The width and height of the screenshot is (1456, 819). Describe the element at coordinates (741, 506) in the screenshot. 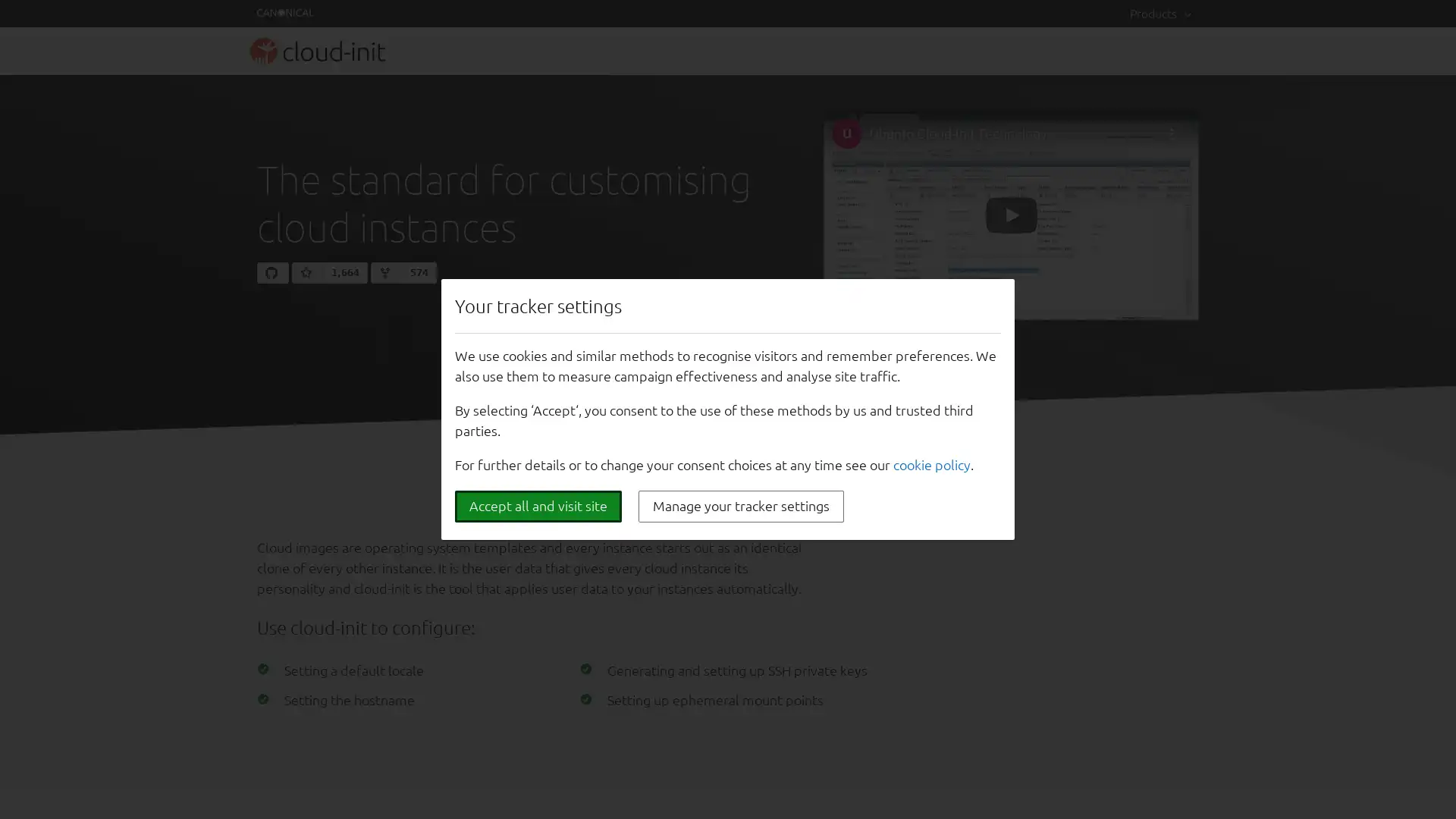

I see `Manage your tracker settings` at that location.